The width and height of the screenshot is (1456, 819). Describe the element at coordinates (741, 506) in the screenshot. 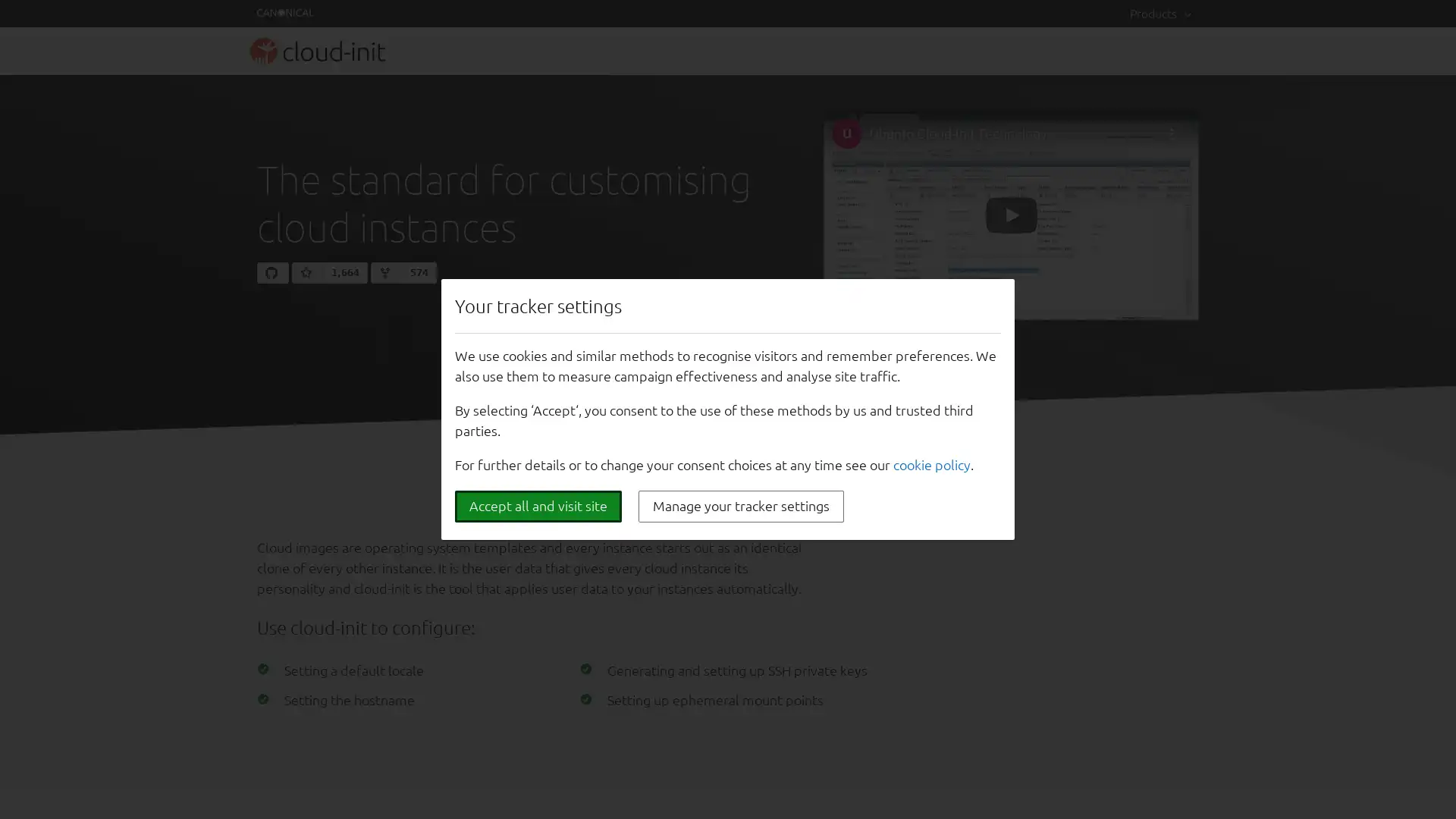

I see `Manage your tracker settings` at that location.